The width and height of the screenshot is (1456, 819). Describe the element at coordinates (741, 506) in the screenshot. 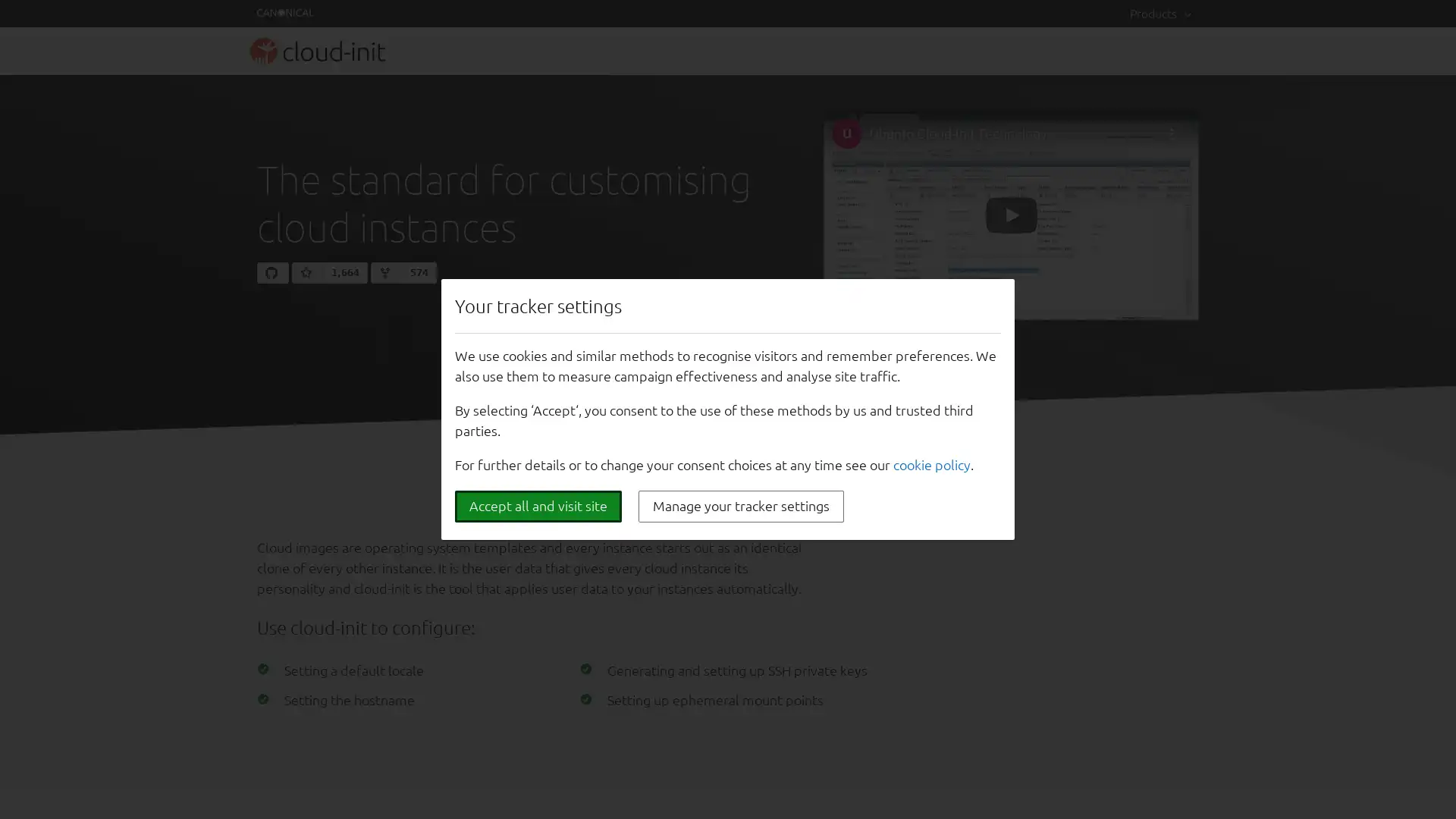

I see `Manage your tracker settings` at that location.